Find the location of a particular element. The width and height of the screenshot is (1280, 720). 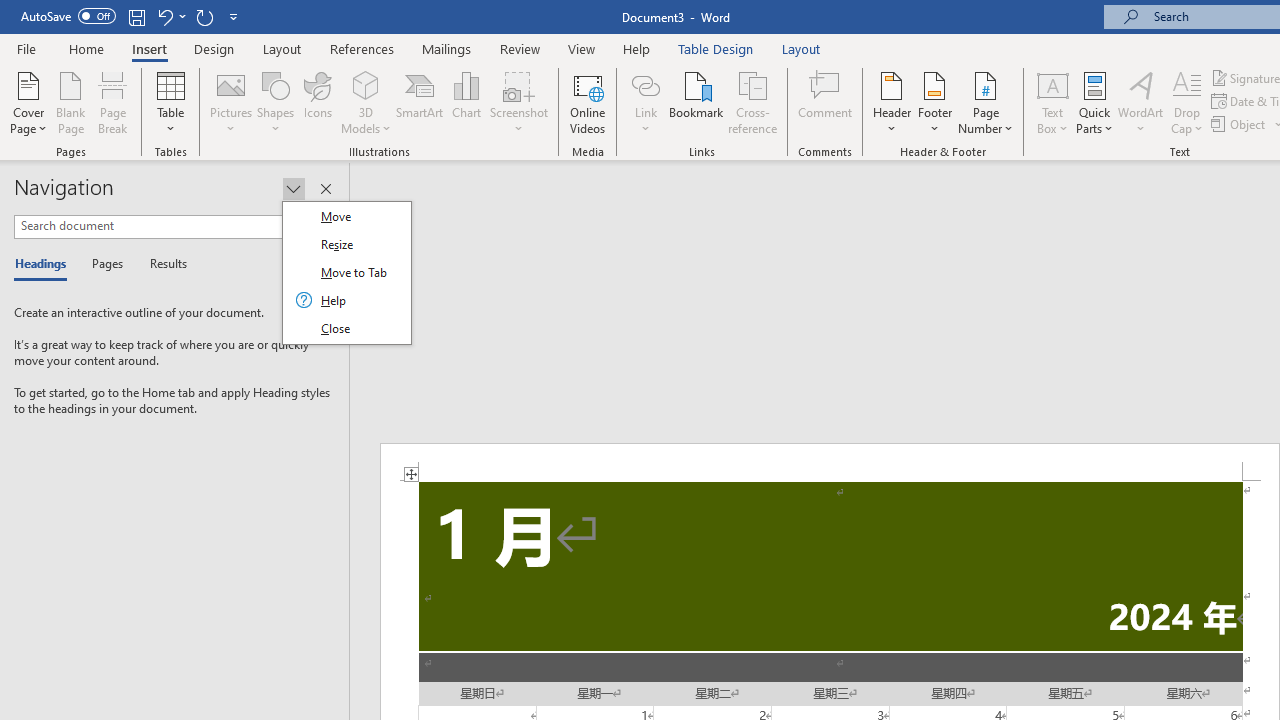

'Link' is located at coordinates (645, 103).